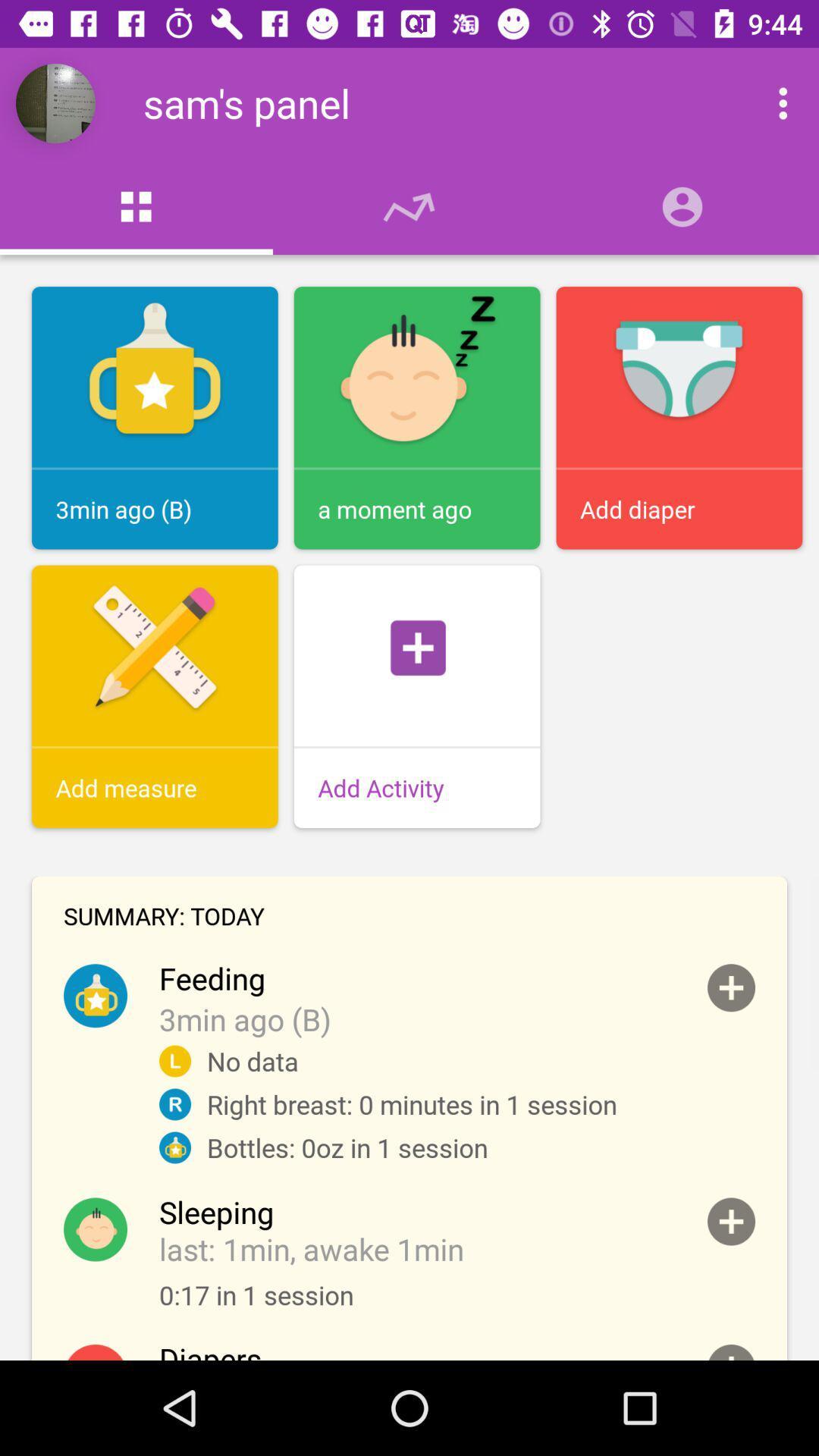 This screenshot has width=819, height=1456. Describe the element at coordinates (730, 987) in the screenshot. I see `more details` at that location.